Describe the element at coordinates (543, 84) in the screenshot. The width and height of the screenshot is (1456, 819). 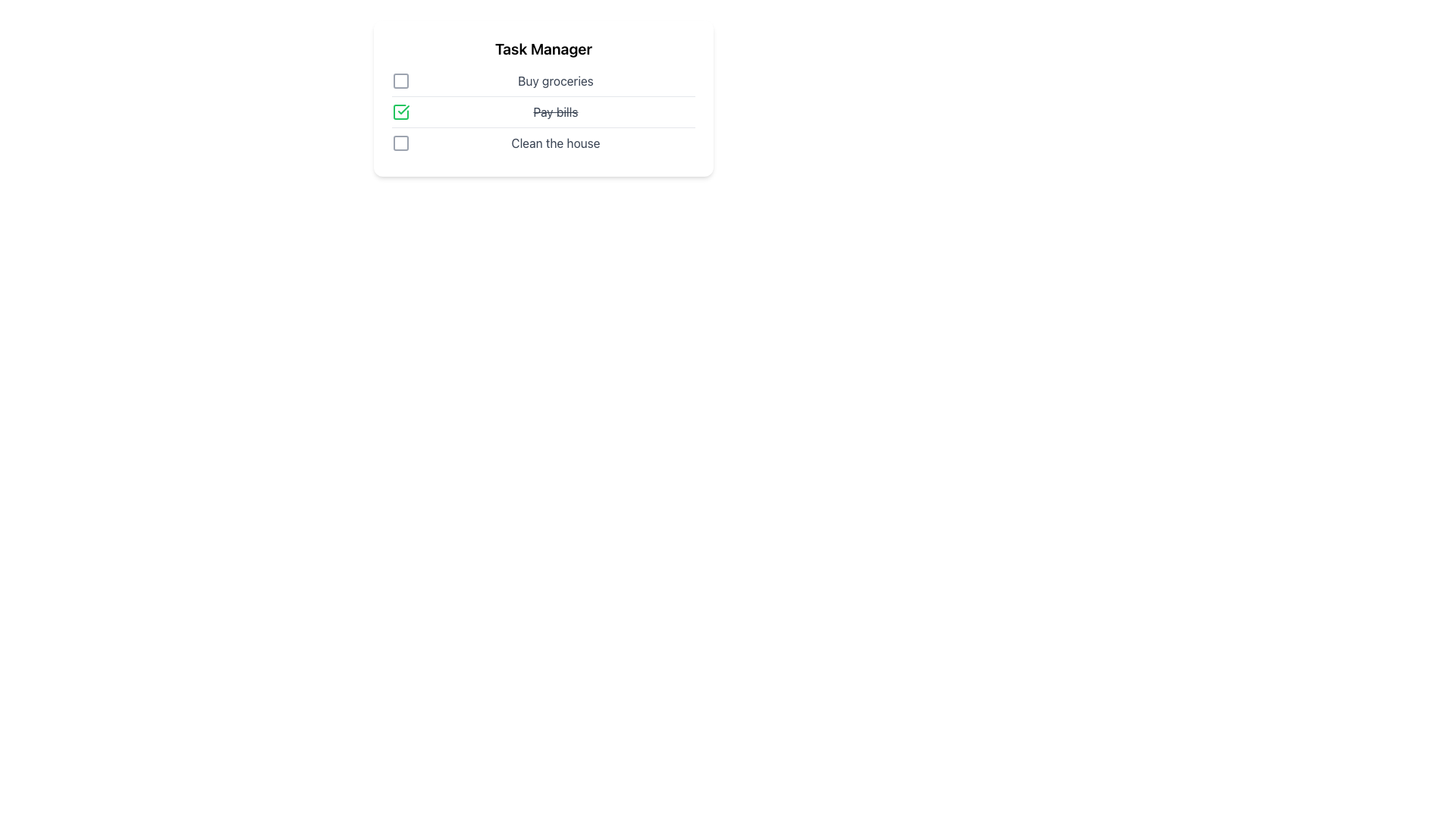
I see `the first list item labeled 'Buy groceries' in the Task Manager for additional actions` at that location.